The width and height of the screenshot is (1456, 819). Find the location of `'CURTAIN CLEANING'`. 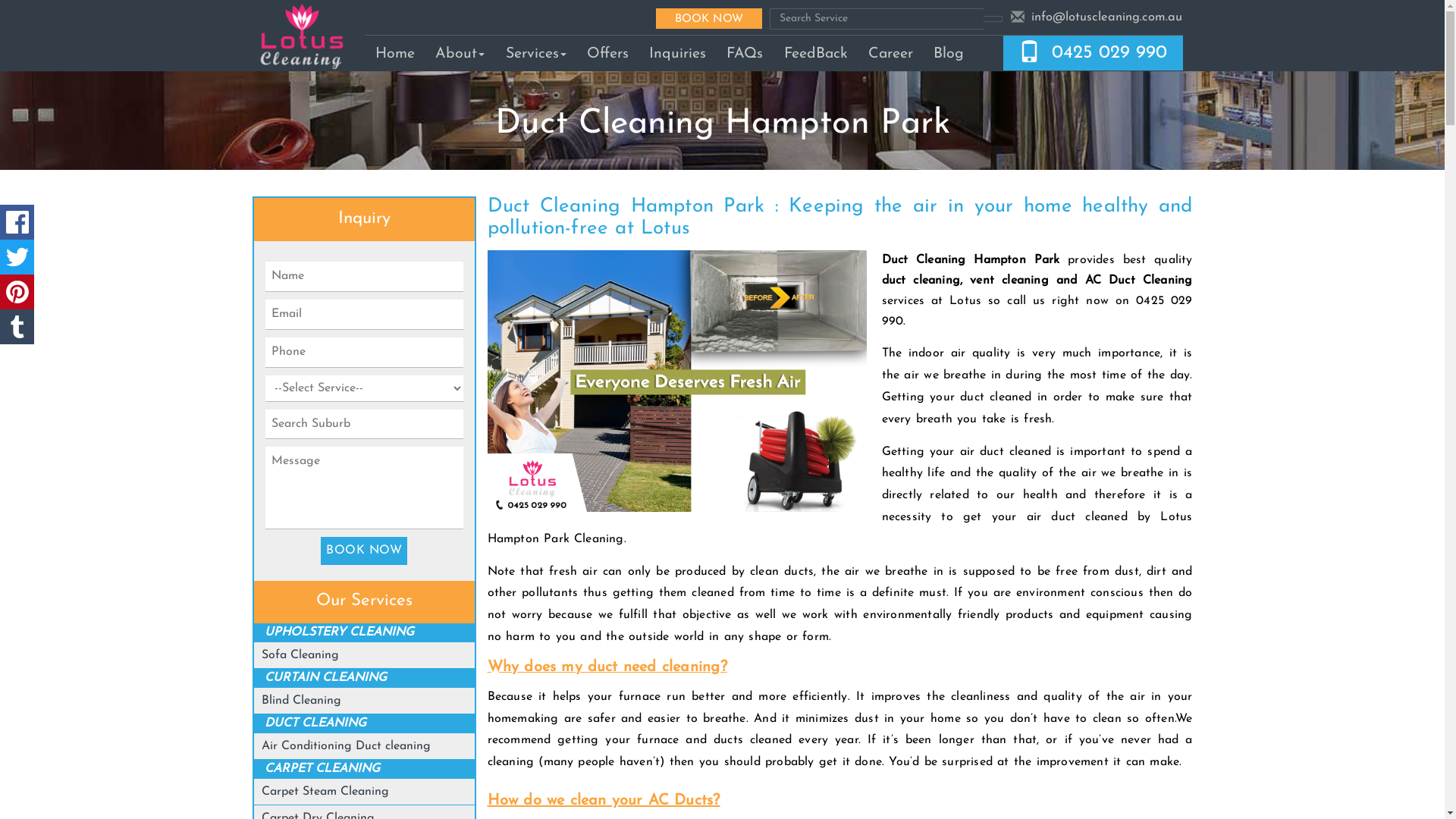

'CURTAIN CLEANING' is located at coordinates (325, 677).